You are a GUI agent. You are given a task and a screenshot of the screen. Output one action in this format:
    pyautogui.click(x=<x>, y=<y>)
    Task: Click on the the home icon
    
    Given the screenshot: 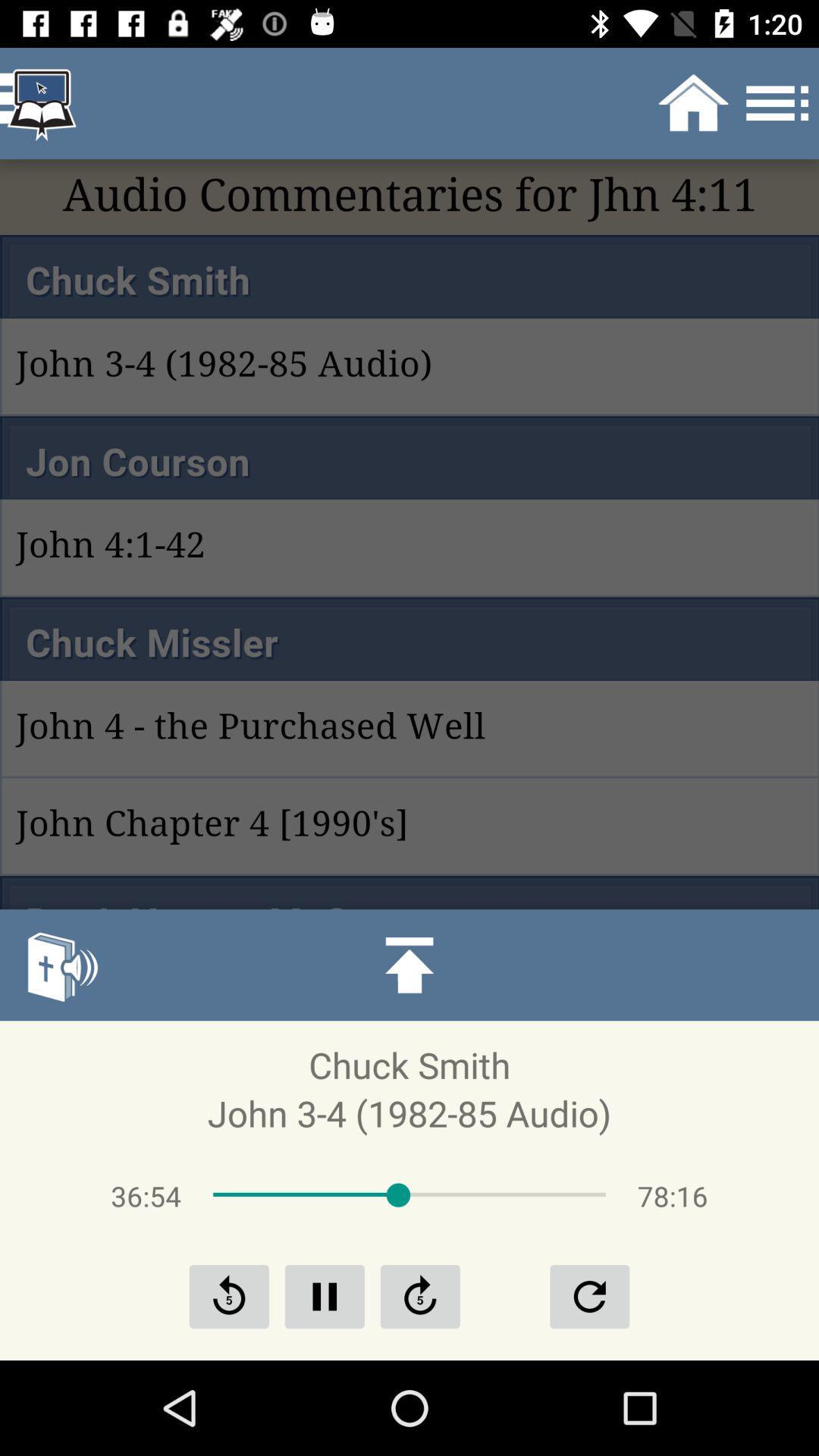 What is the action you would take?
    pyautogui.click(x=409, y=964)
    